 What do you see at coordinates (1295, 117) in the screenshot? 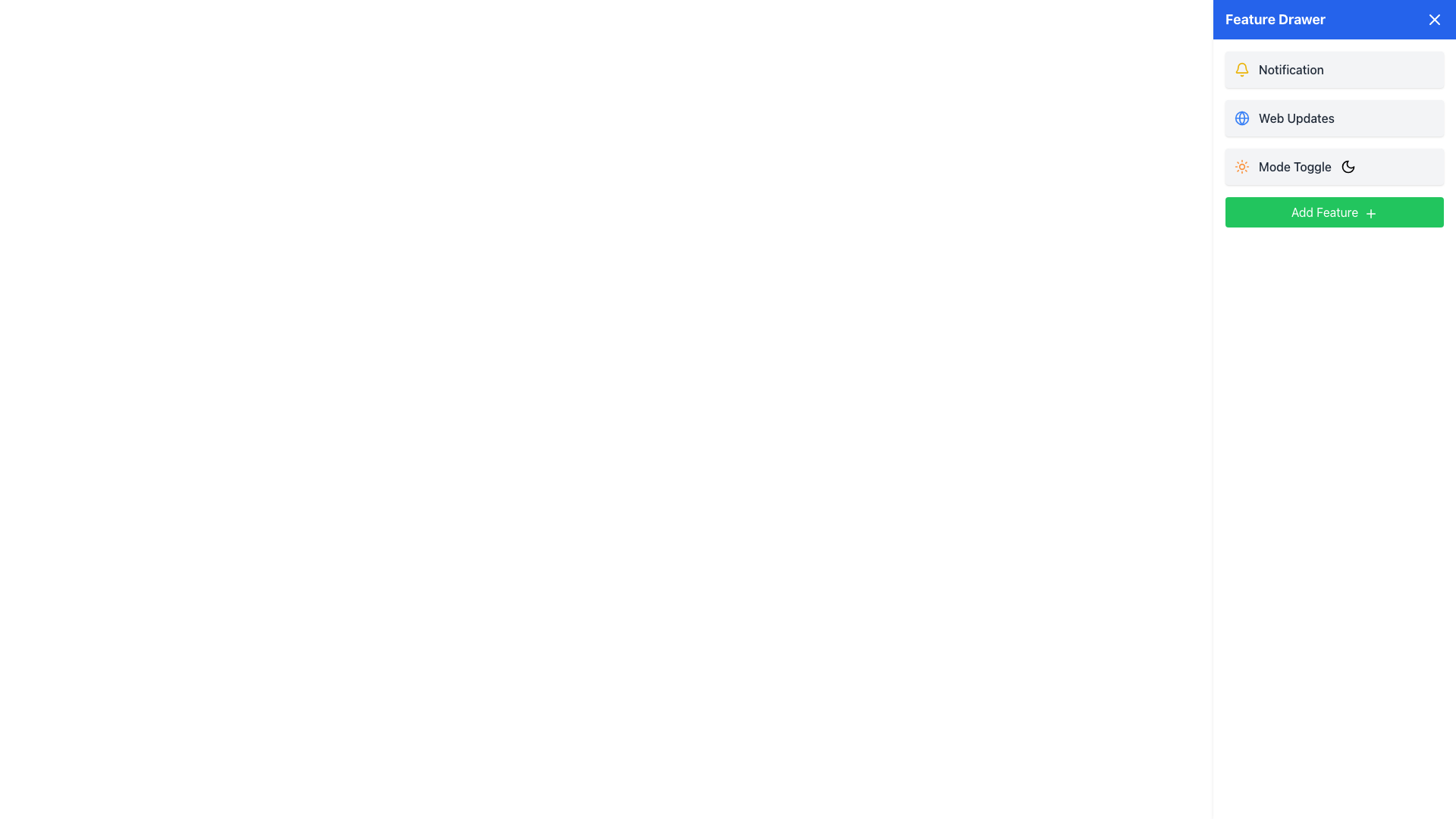
I see `the 'Web Updates' text label located within the vertical menu list of the feature drawer, which is styled as a button and includes a globe icon on the left side` at bounding box center [1295, 117].